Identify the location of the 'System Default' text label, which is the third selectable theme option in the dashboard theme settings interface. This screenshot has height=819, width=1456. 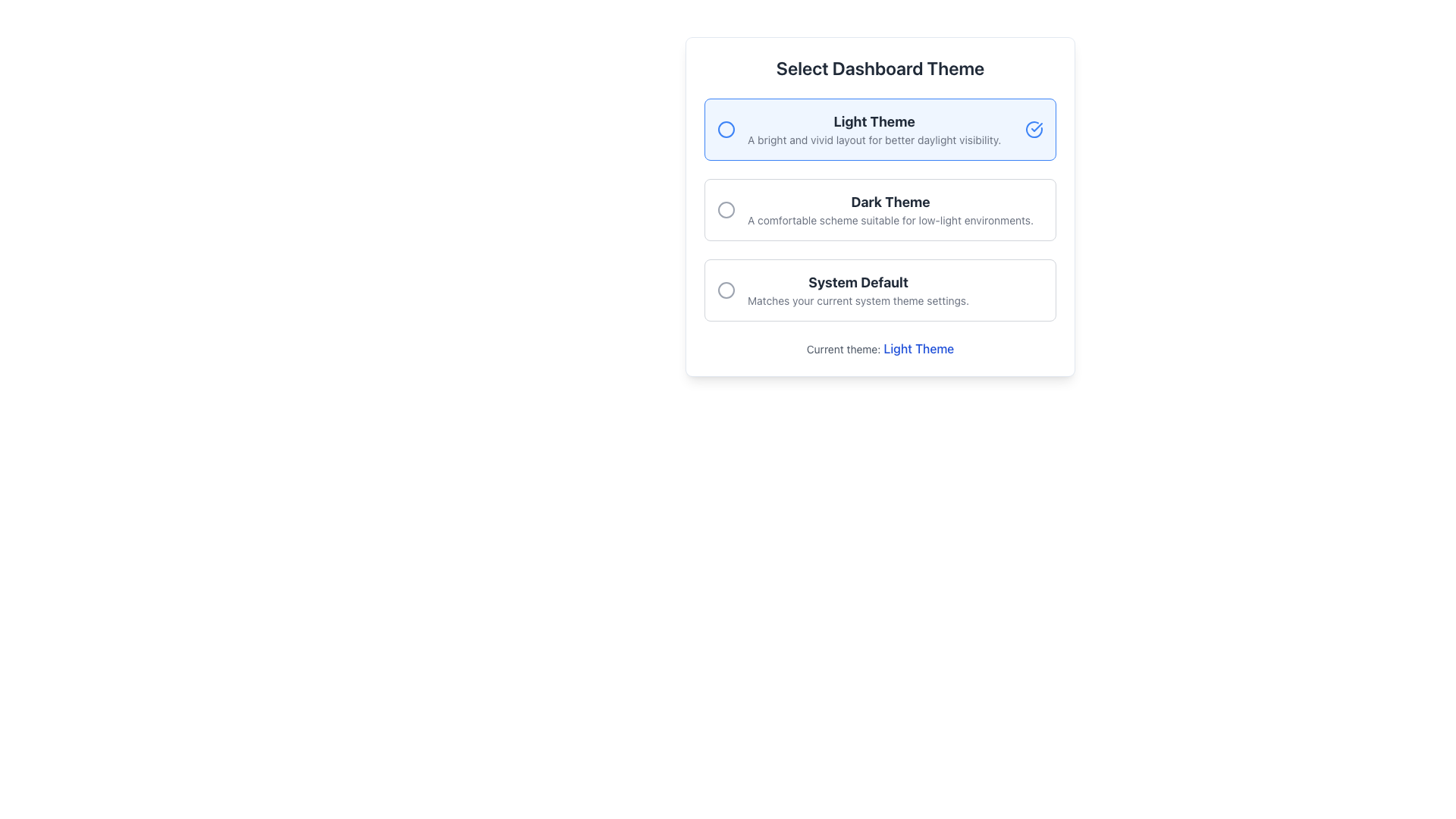
(858, 283).